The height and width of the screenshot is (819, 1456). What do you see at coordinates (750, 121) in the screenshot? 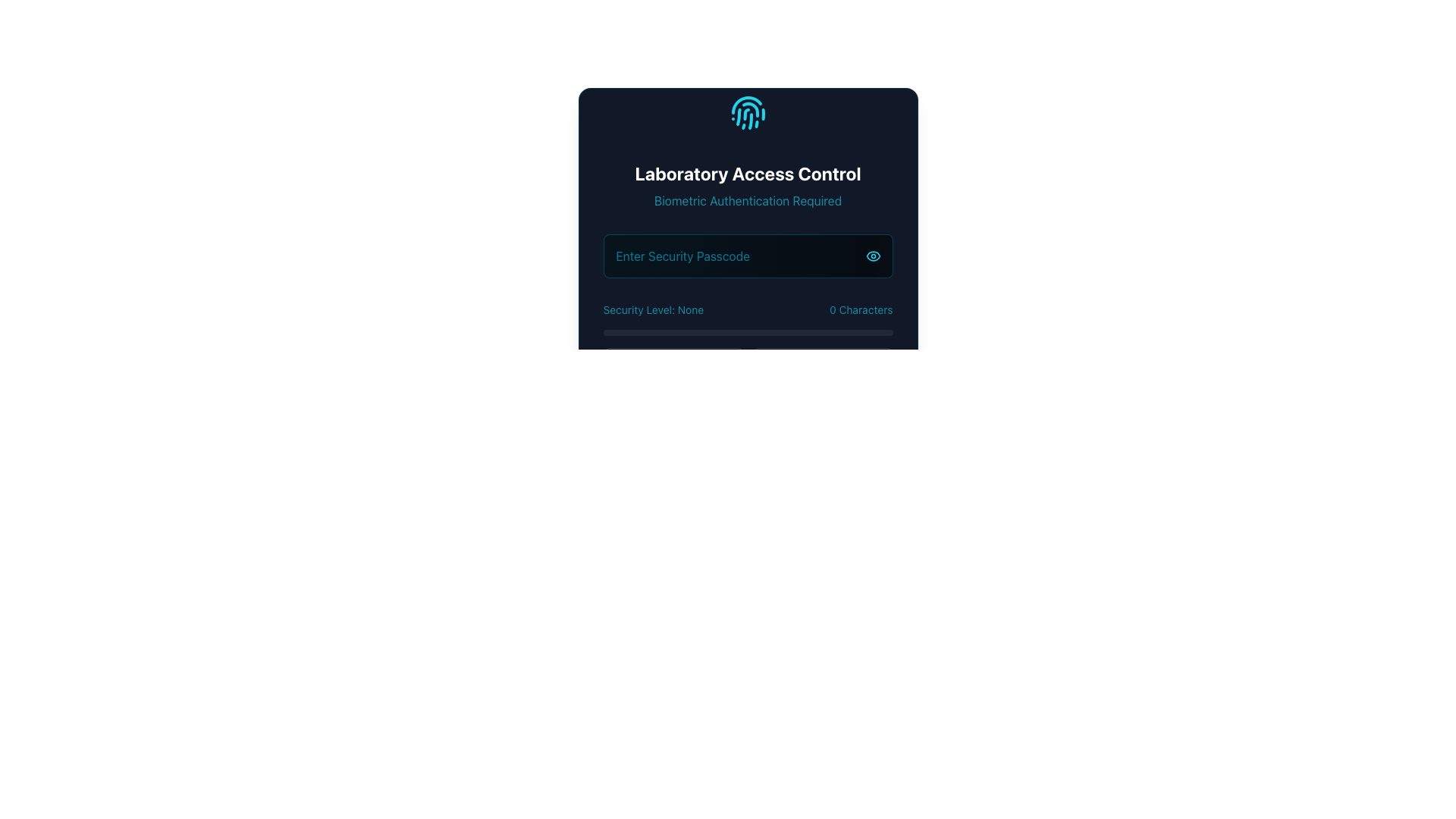
I see `the lower middle segment of the fingerprint icon, which is outlined and non-filled, located above the text 'Laboratory Access Control'` at bounding box center [750, 121].